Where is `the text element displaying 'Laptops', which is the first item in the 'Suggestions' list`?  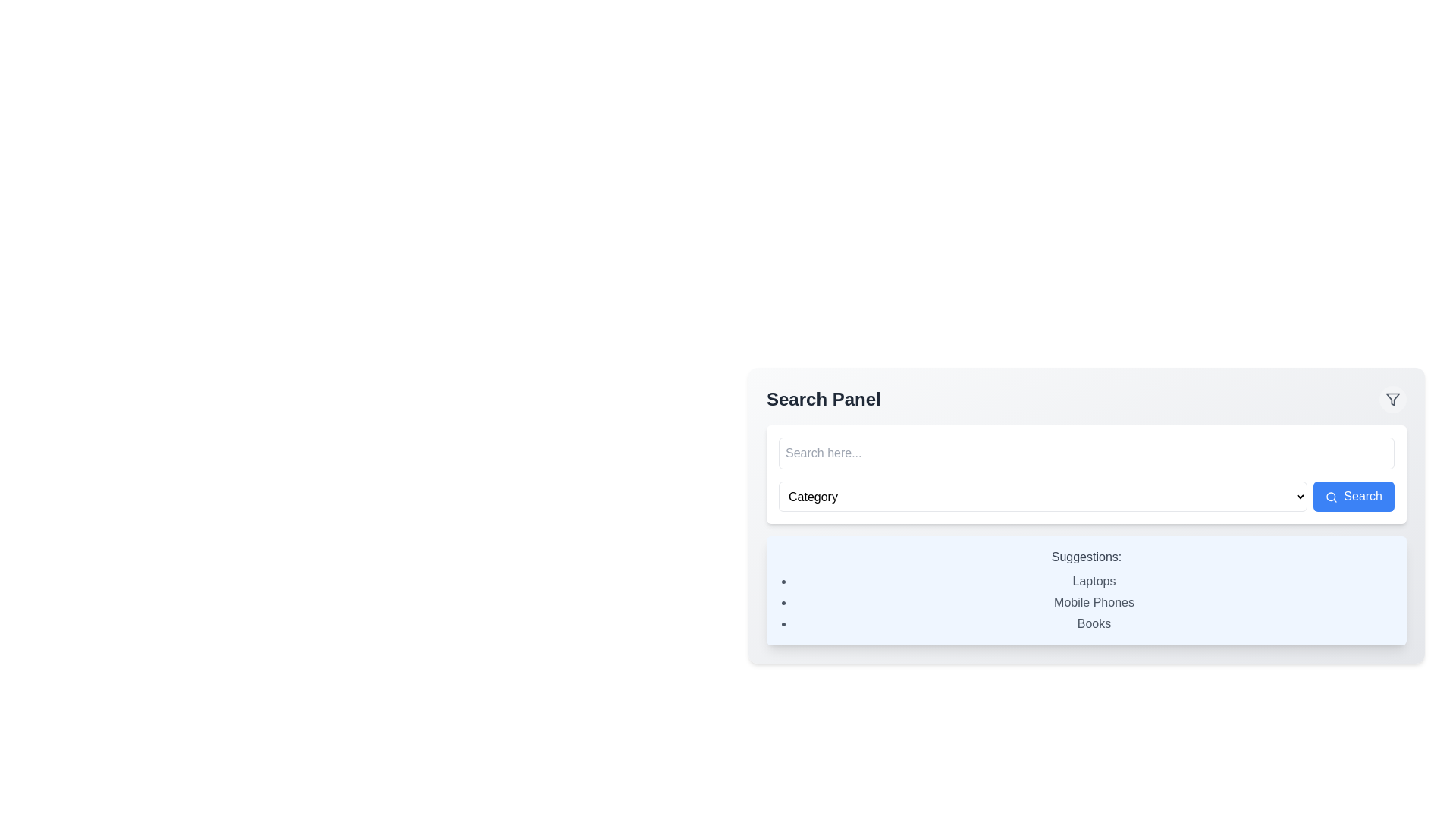 the text element displaying 'Laptops', which is the first item in the 'Suggestions' list is located at coordinates (1094, 581).